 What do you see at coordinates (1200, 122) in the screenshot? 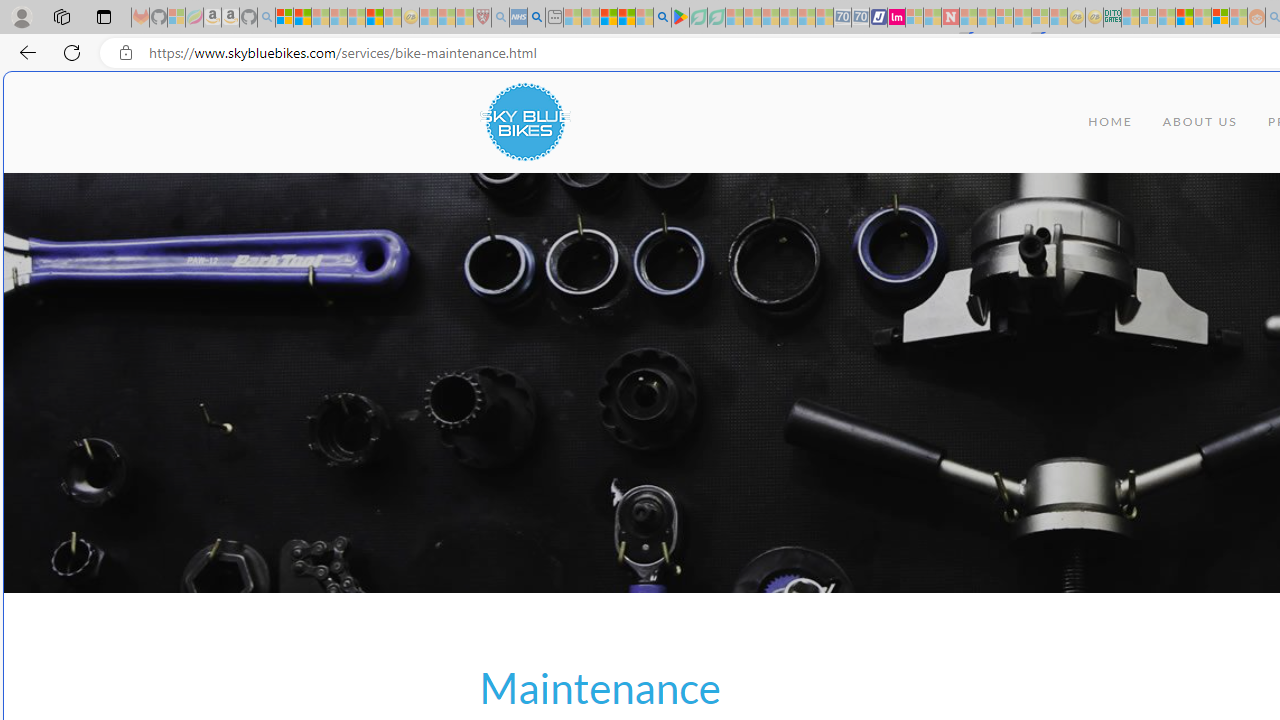
I see `'ABOUT US'` at bounding box center [1200, 122].